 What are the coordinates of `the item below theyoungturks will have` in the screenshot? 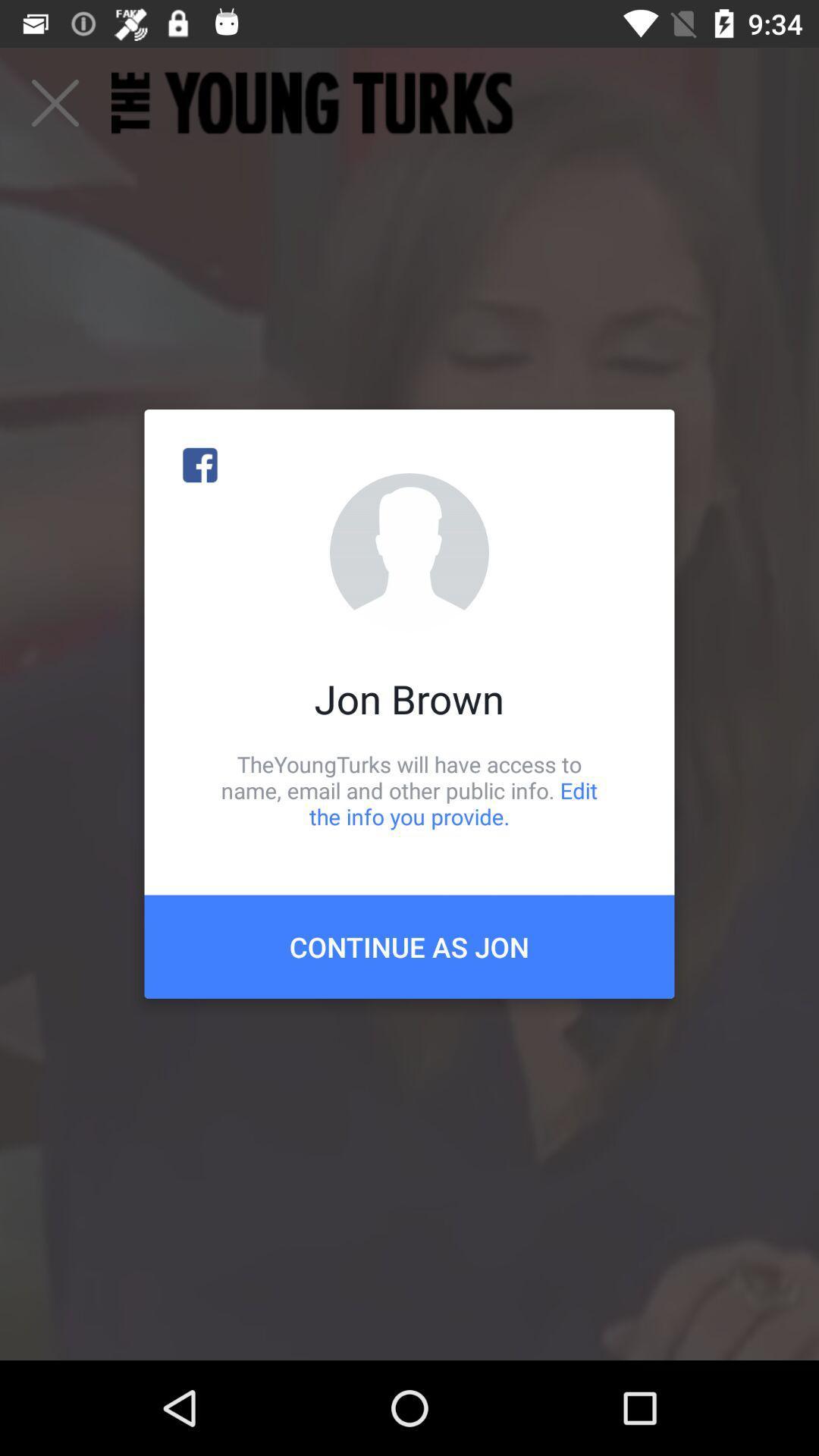 It's located at (409, 946).